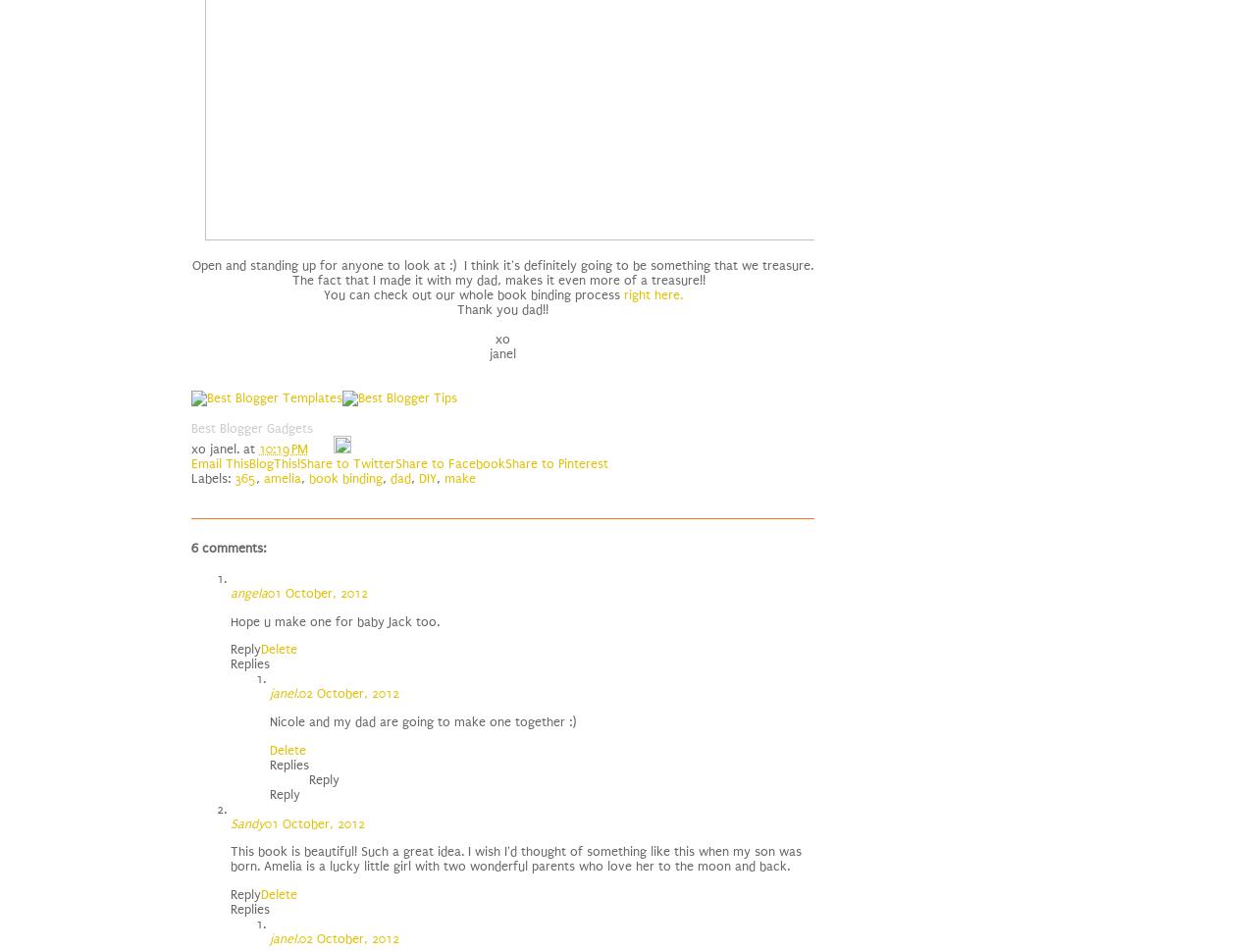 Image resolution: width=1256 pixels, height=952 pixels. What do you see at coordinates (190, 547) in the screenshot?
I see `'6 comments:'` at bounding box center [190, 547].